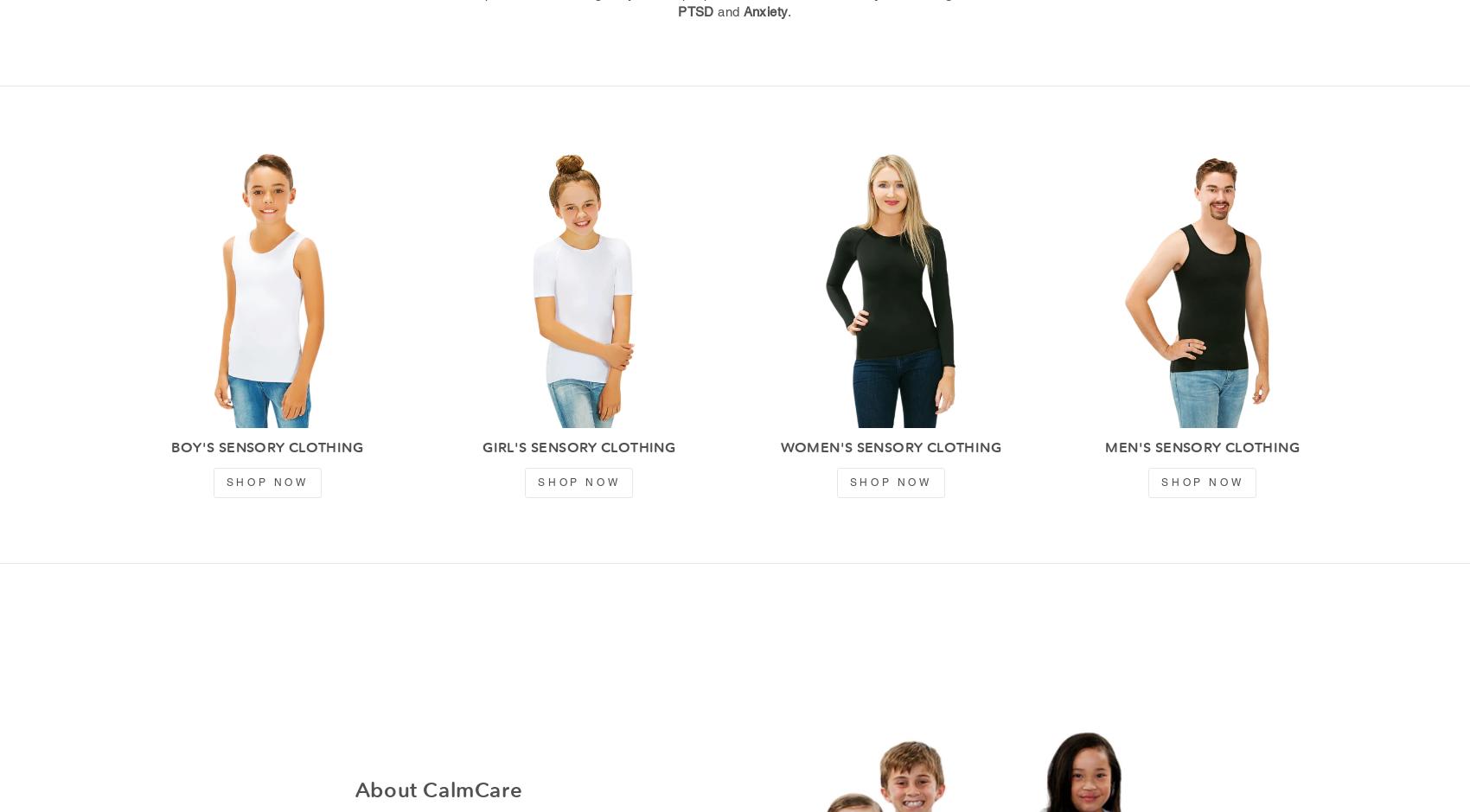 The width and height of the screenshot is (1470, 812). I want to click on 'BOY'S SENSORY CLOTHING', so click(267, 447).